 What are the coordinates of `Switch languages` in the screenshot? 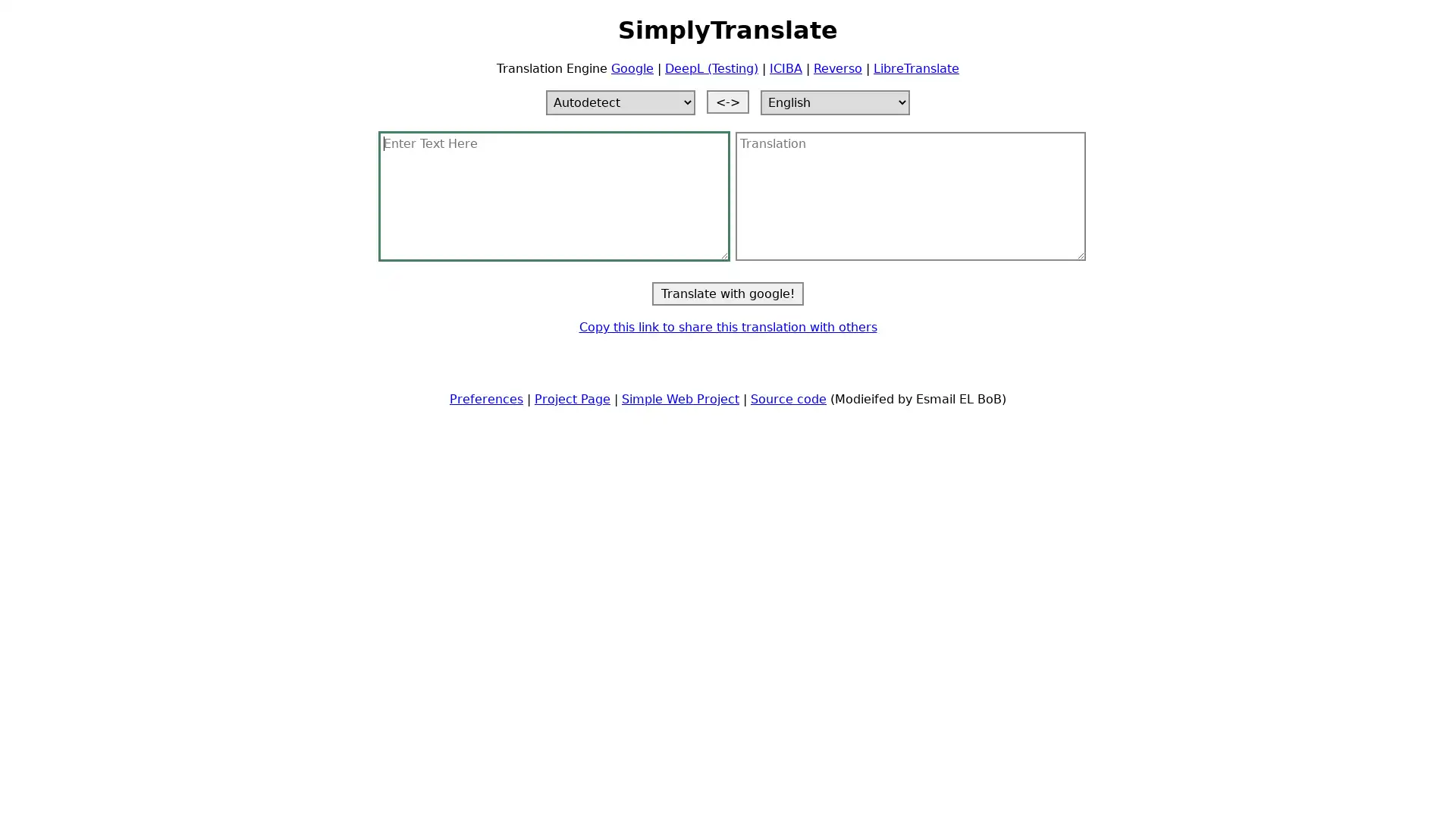 It's located at (728, 101).